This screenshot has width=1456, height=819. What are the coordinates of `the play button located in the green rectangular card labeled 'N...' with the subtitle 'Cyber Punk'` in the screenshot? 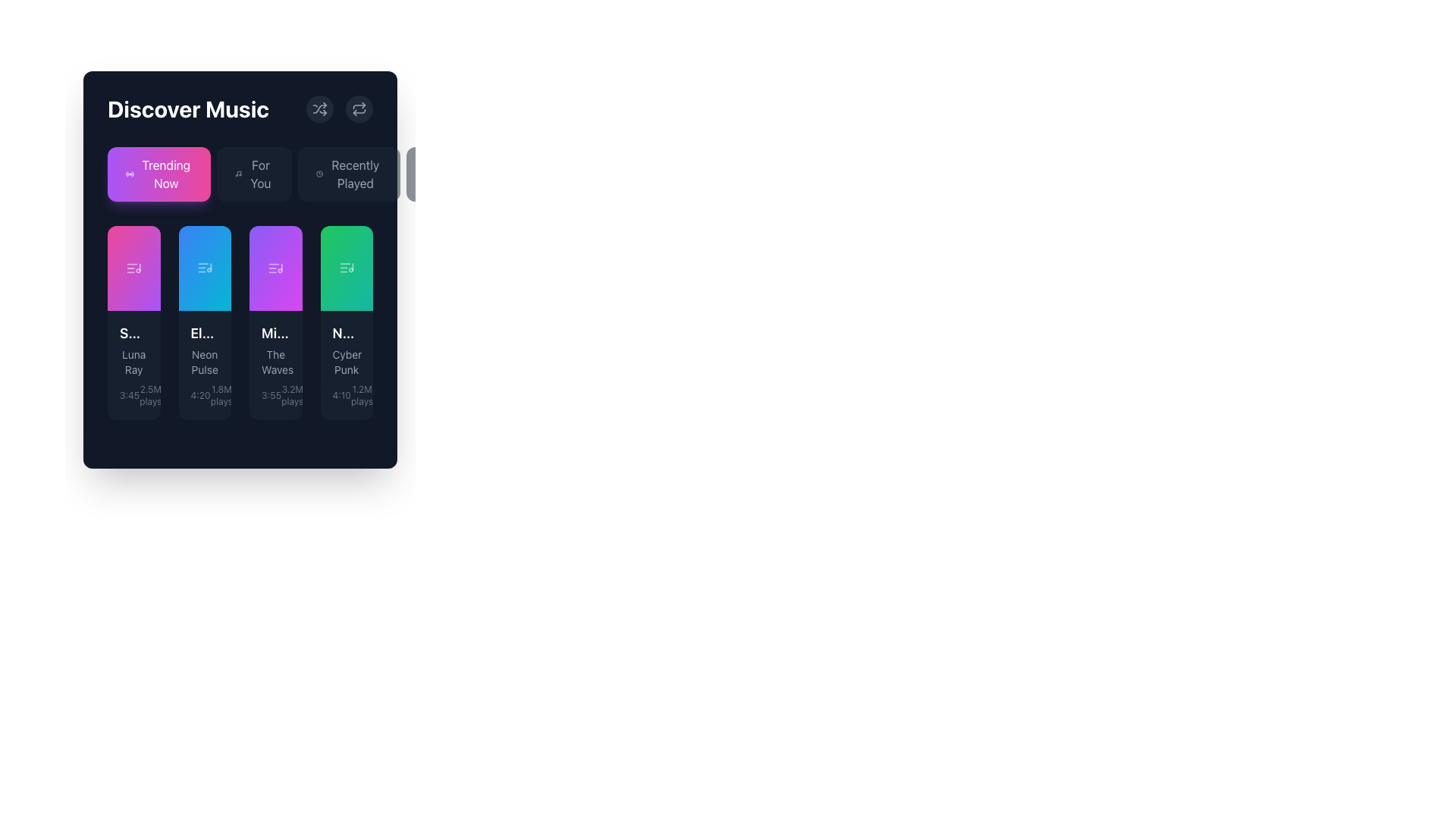 It's located at (346, 268).